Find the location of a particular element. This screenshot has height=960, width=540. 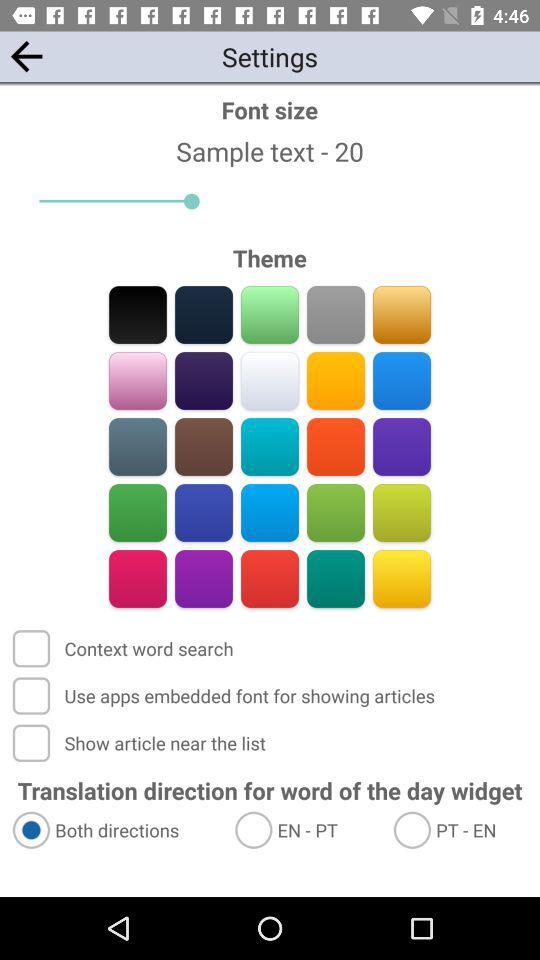

theme color is located at coordinates (137, 446).